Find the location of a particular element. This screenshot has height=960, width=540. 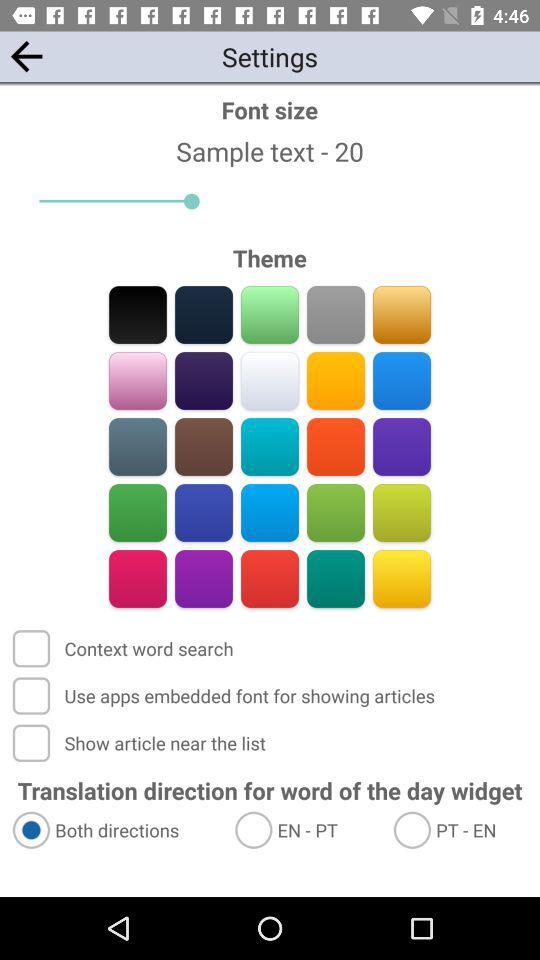

theme color is located at coordinates (137, 446).